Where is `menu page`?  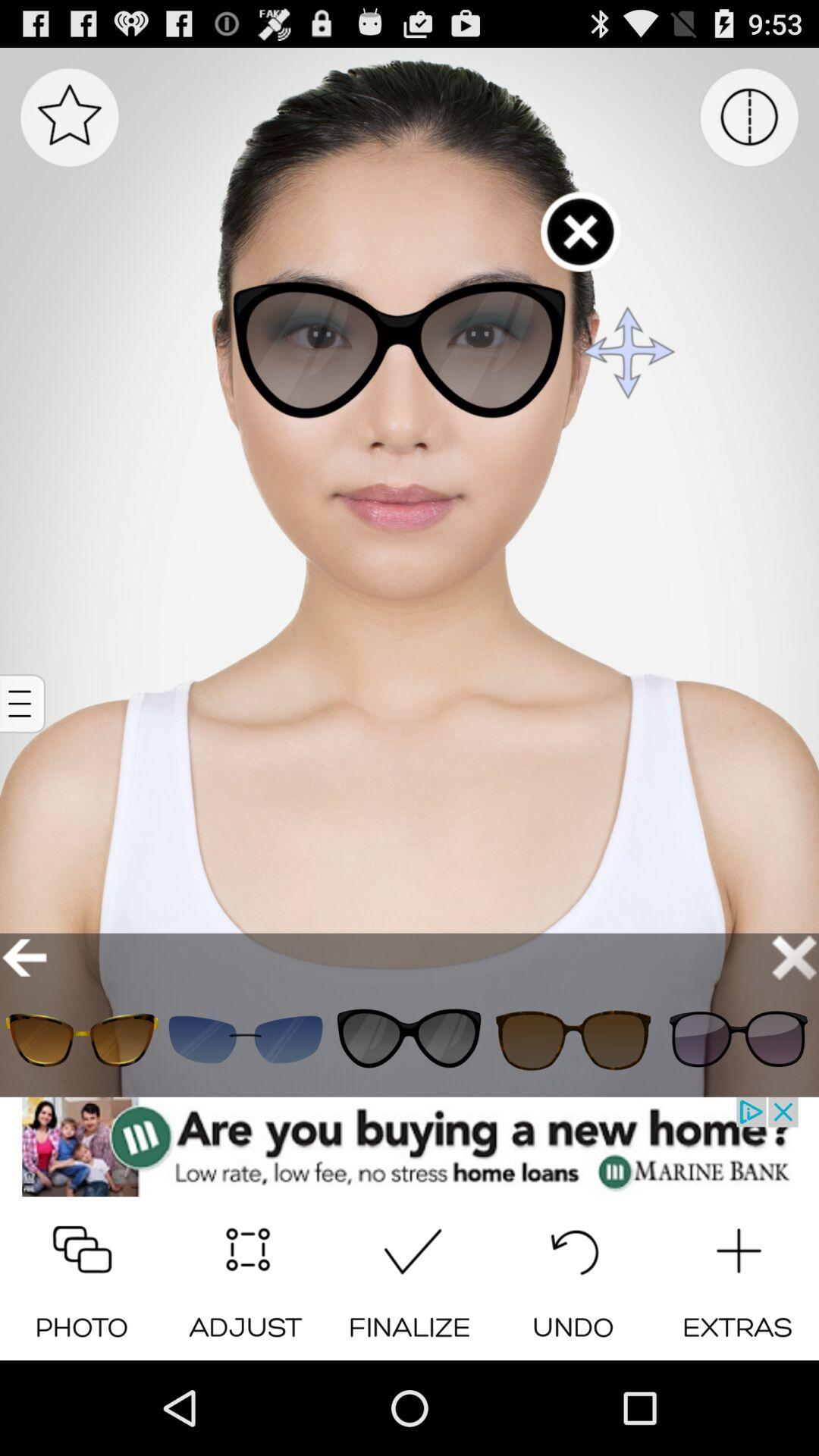
menu page is located at coordinates (748, 116).